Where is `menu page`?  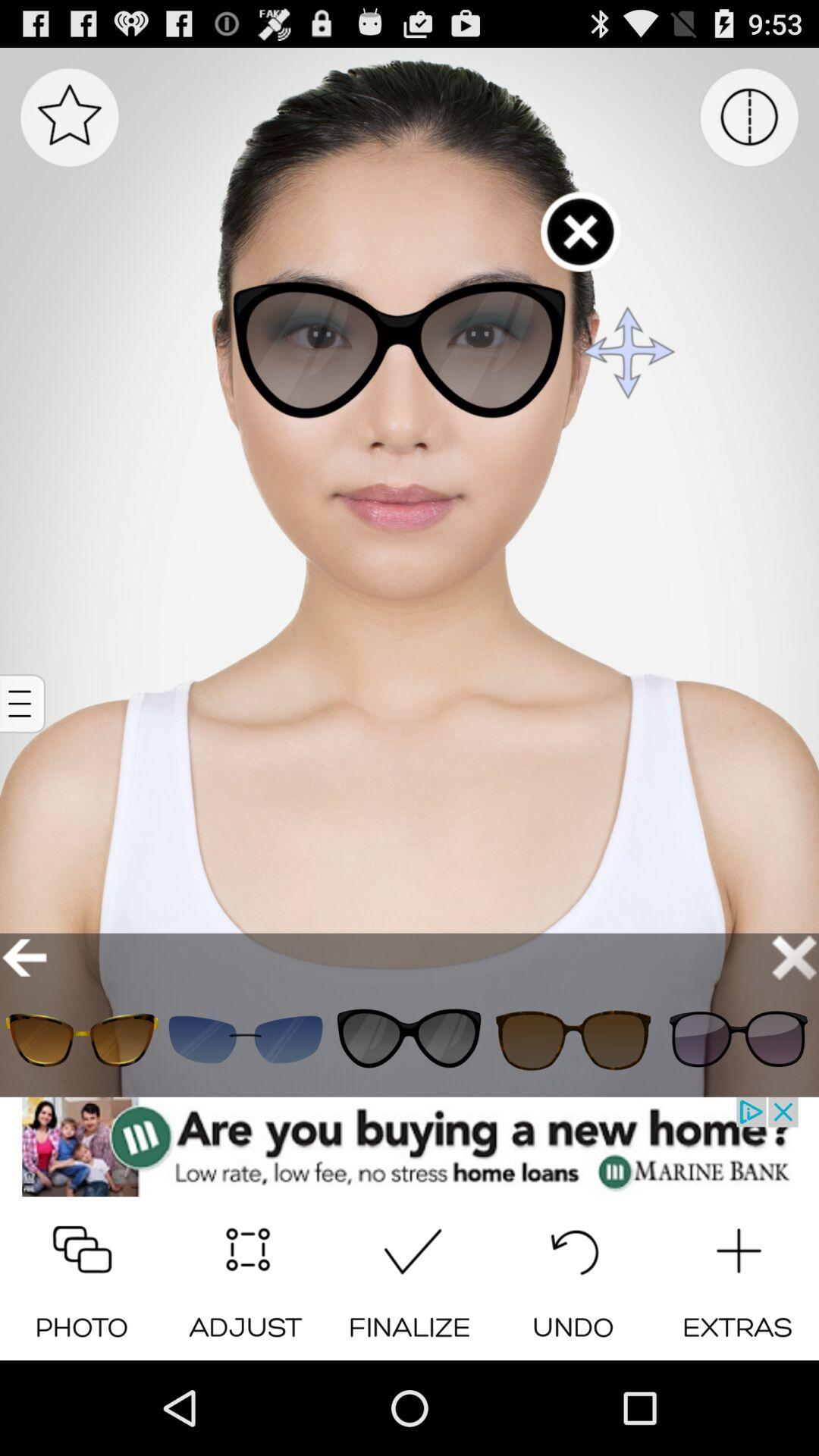
menu page is located at coordinates (748, 116).